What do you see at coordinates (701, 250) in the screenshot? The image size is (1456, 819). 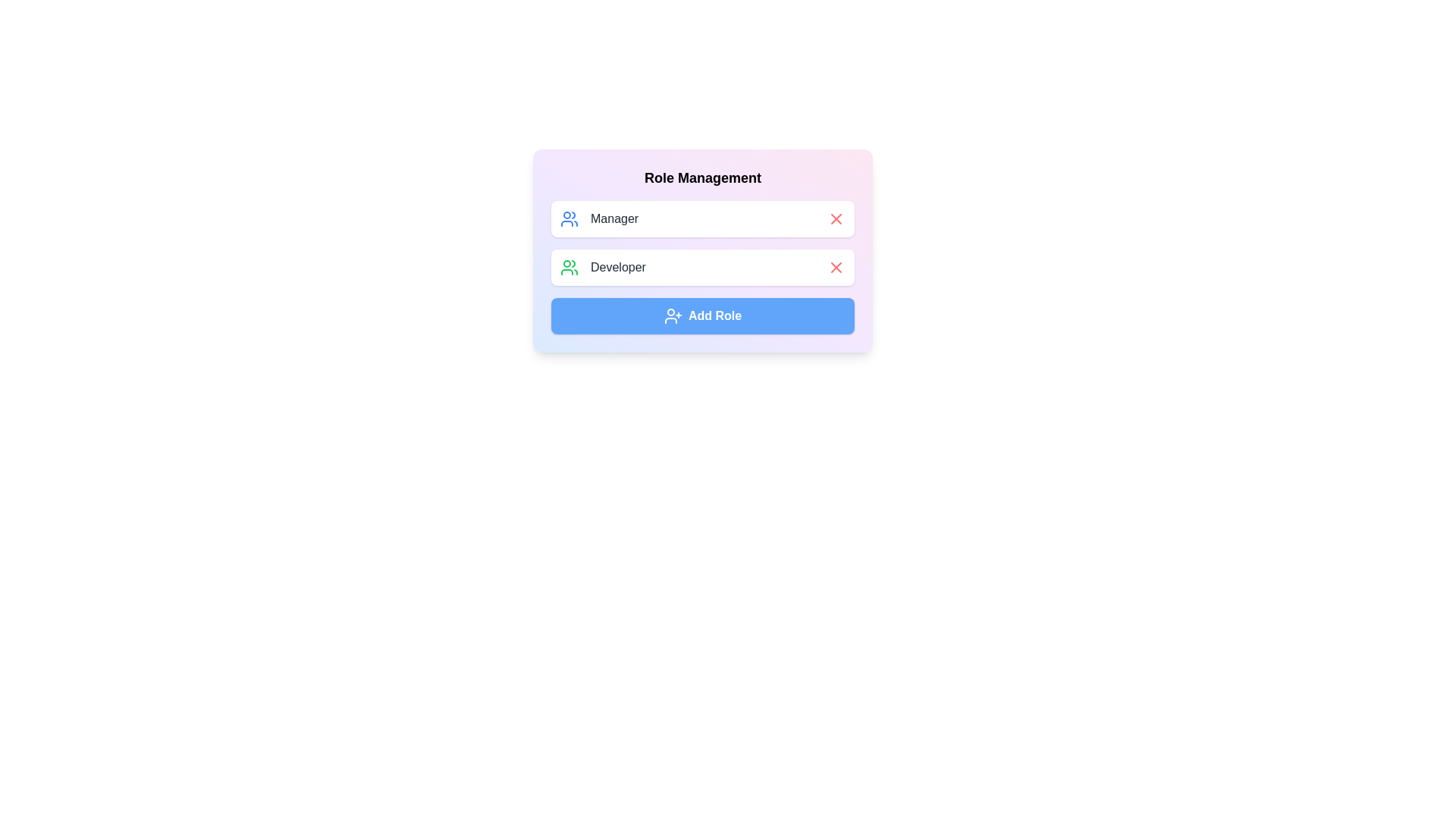 I see `the background of the component to test for focus or click effects` at bounding box center [701, 250].